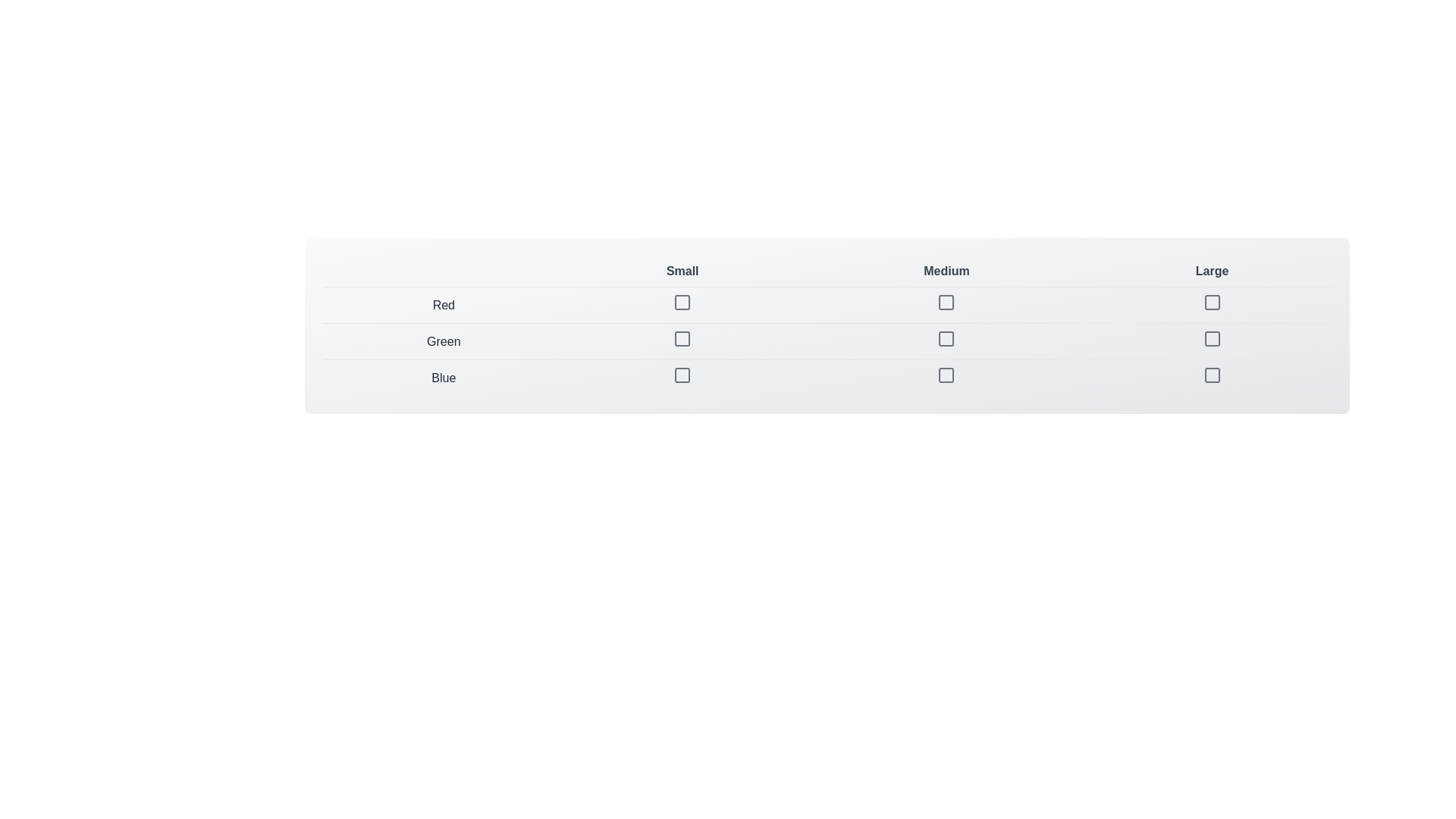 This screenshot has width=1456, height=819. What do you see at coordinates (1211, 302) in the screenshot?
I see `the square-shaped checkbox located` at bounding box center [1211, 302].